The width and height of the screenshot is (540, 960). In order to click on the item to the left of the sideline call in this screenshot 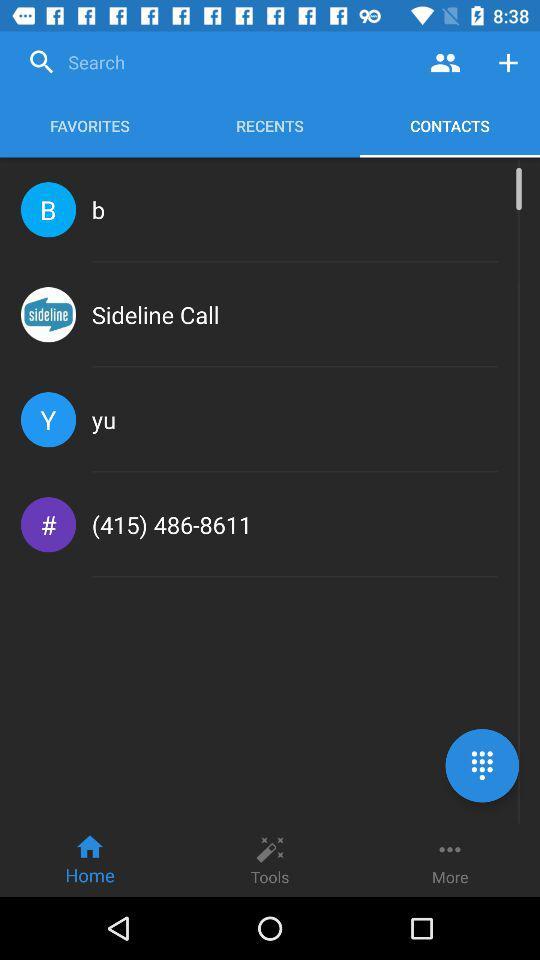, I will do `click(48, 314)`.